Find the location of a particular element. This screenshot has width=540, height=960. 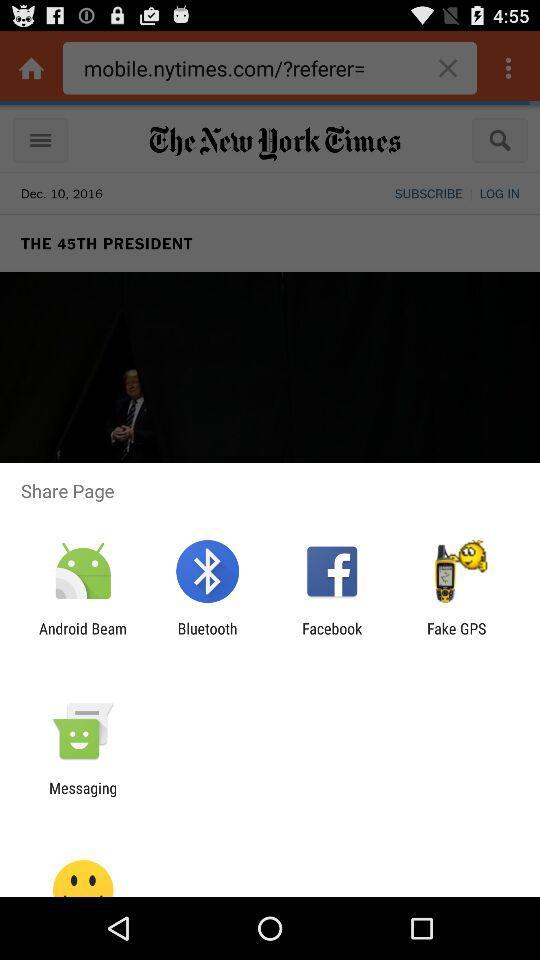

item to the left of the facebook is located at coordinates (206, 636).